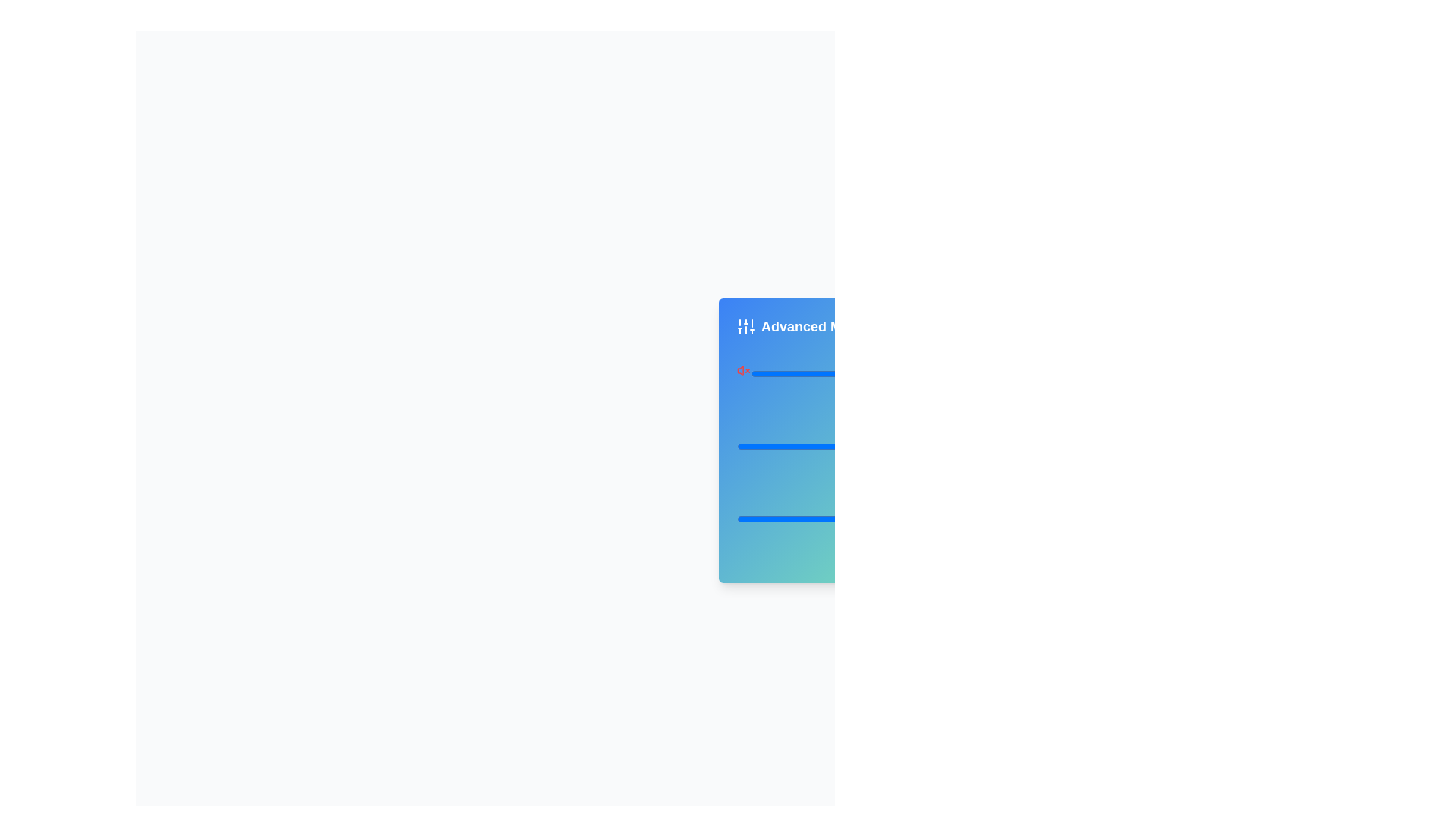  Describe the element at coordinates (946, 374) in the screenshot. I see `the slider` at that location.